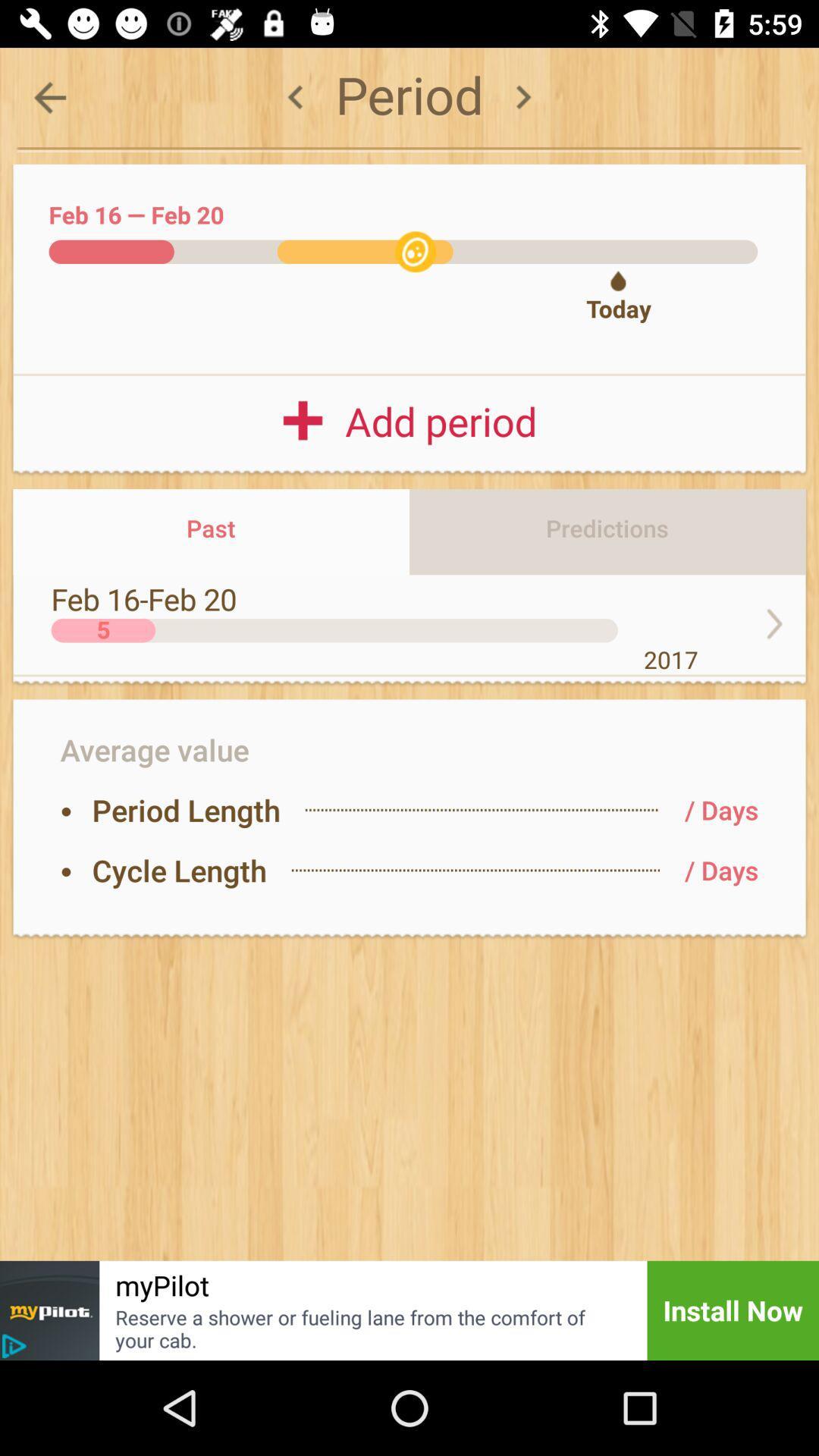 This screenshot has width=819, height=1456. What do you see at coordinates (14, 1346) in the screenshot?
I see `the play icon` at bounding box center [14, 1346].